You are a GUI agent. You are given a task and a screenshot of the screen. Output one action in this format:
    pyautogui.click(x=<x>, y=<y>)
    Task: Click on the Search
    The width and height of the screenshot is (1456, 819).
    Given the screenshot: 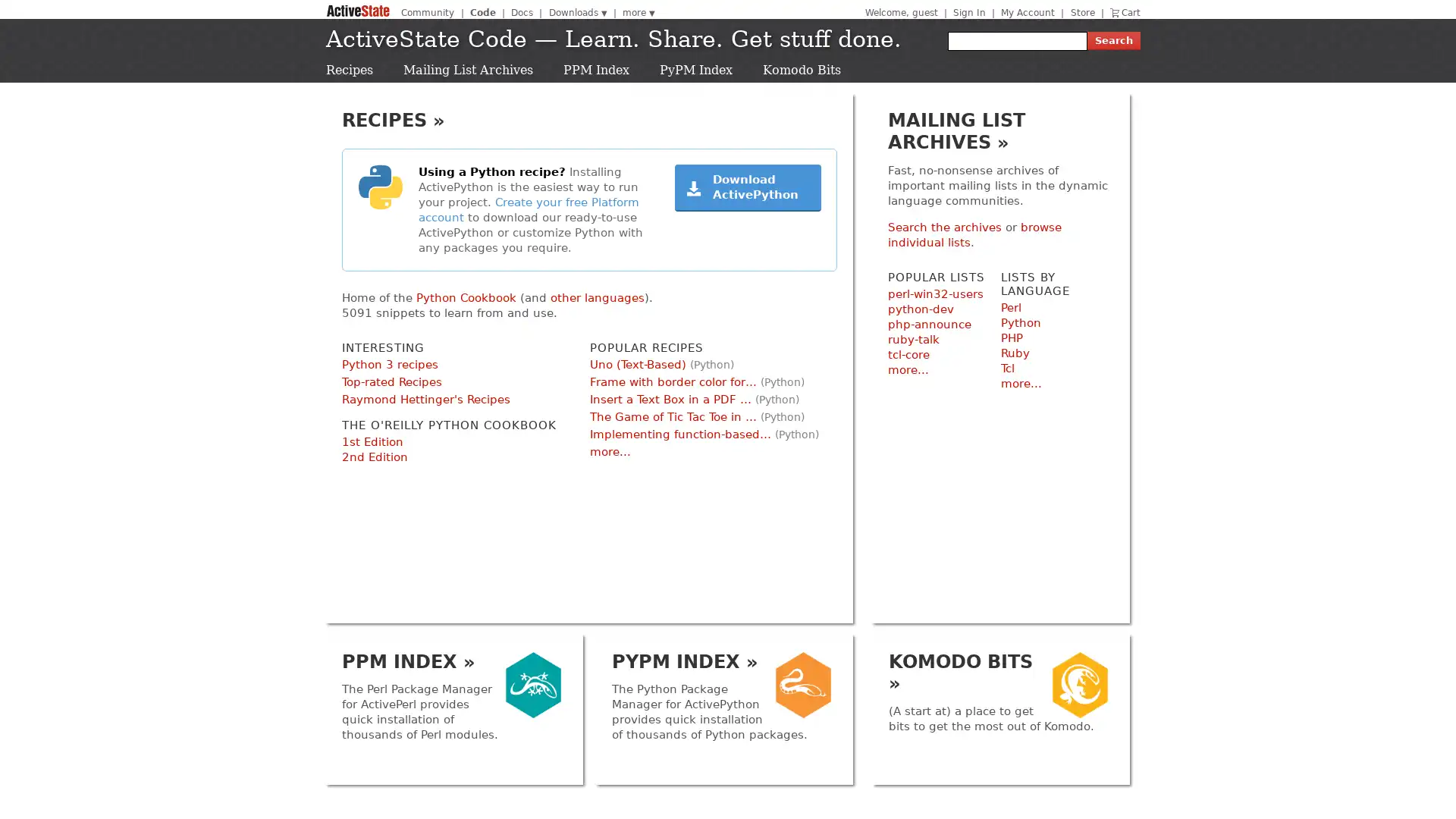 What is the action you would take?
    pyautogui.click(x=1113, y=40)
    